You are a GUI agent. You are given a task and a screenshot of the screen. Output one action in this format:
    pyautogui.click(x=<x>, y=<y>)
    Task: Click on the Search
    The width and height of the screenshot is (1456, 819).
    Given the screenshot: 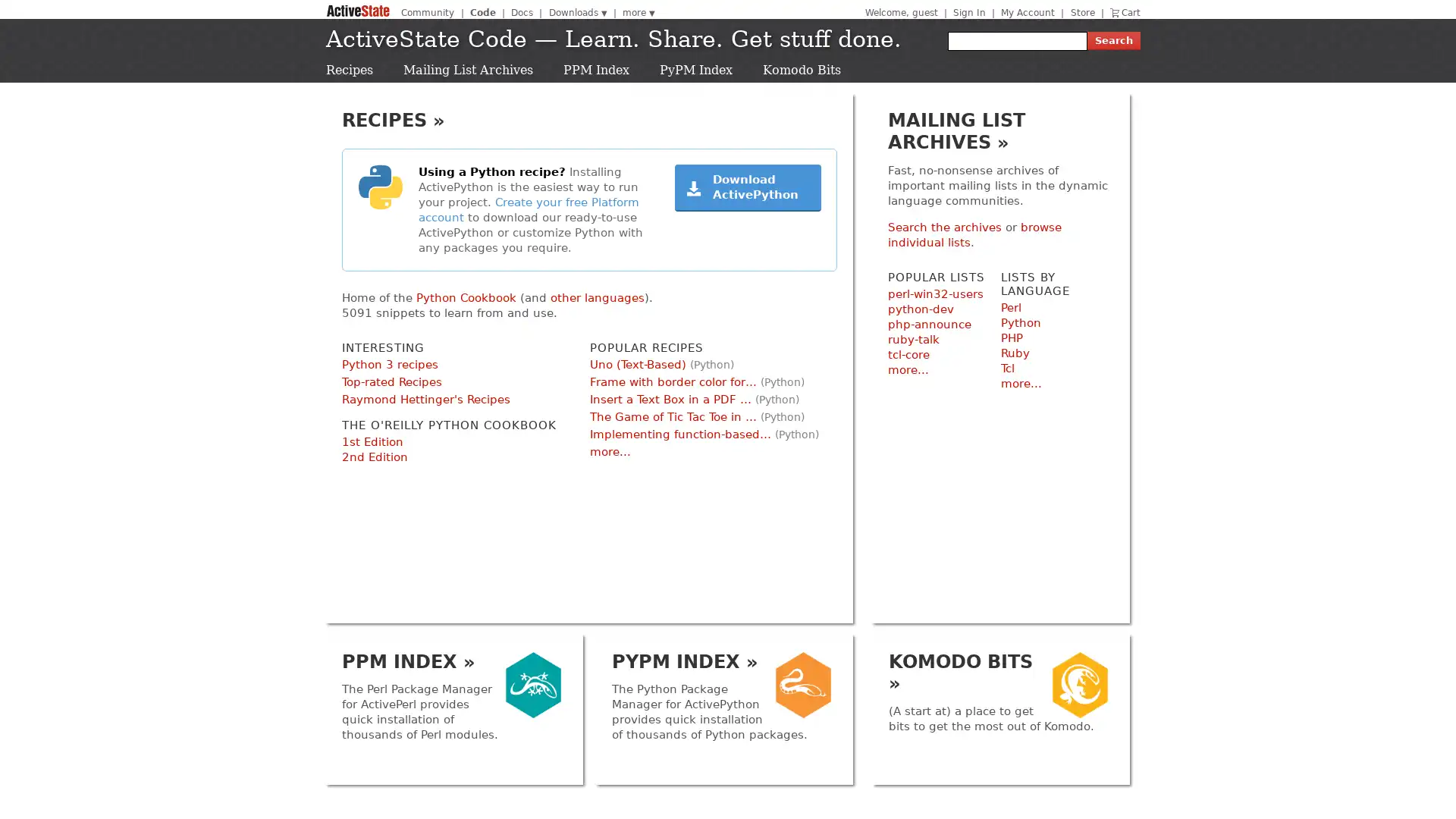 What is the action you would take?
    pyautogui.click(x=1113, y=40)
    